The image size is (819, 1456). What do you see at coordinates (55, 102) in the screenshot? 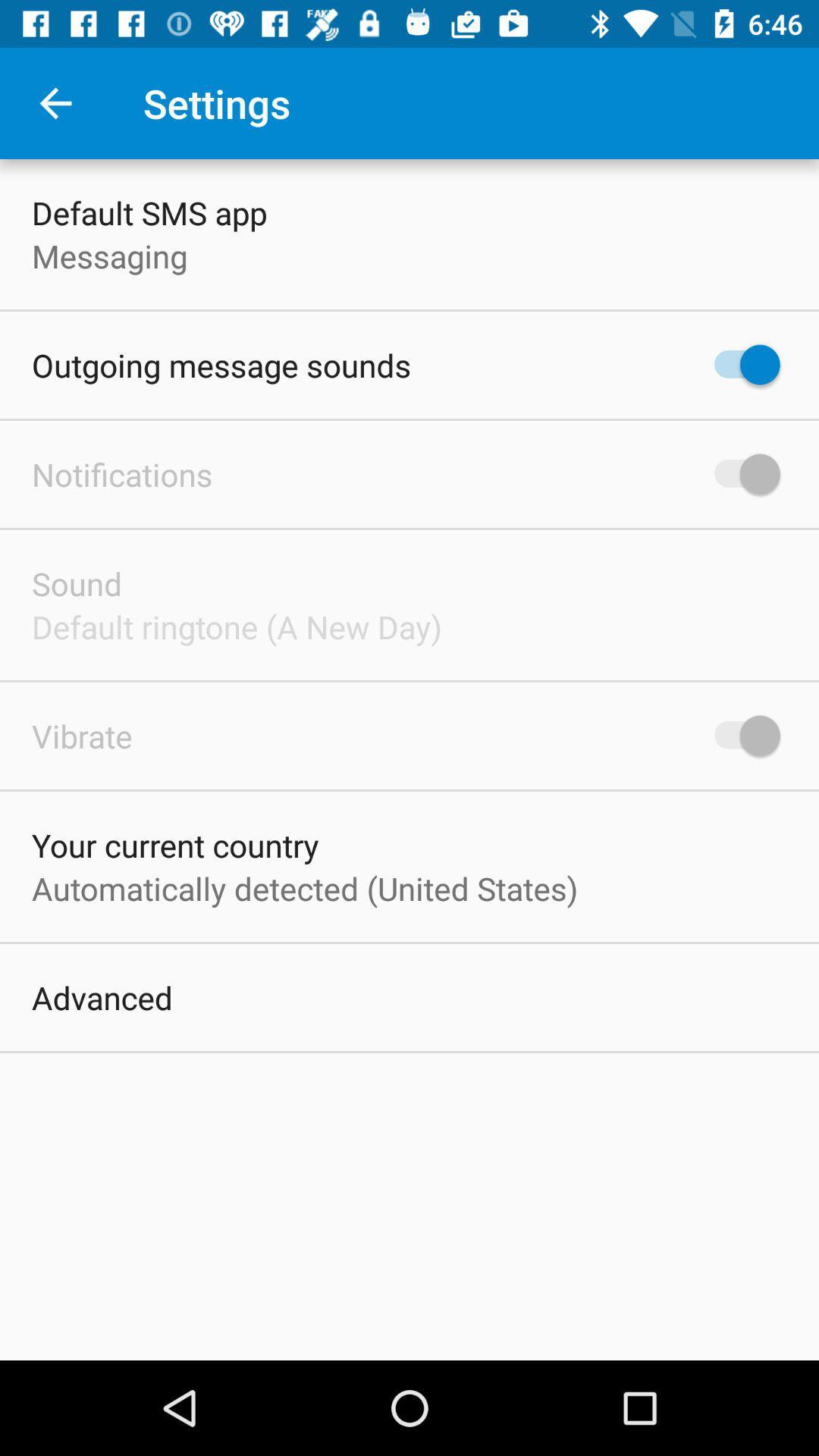
I see `item above the default sms app item` at bounding box center [55, 102].